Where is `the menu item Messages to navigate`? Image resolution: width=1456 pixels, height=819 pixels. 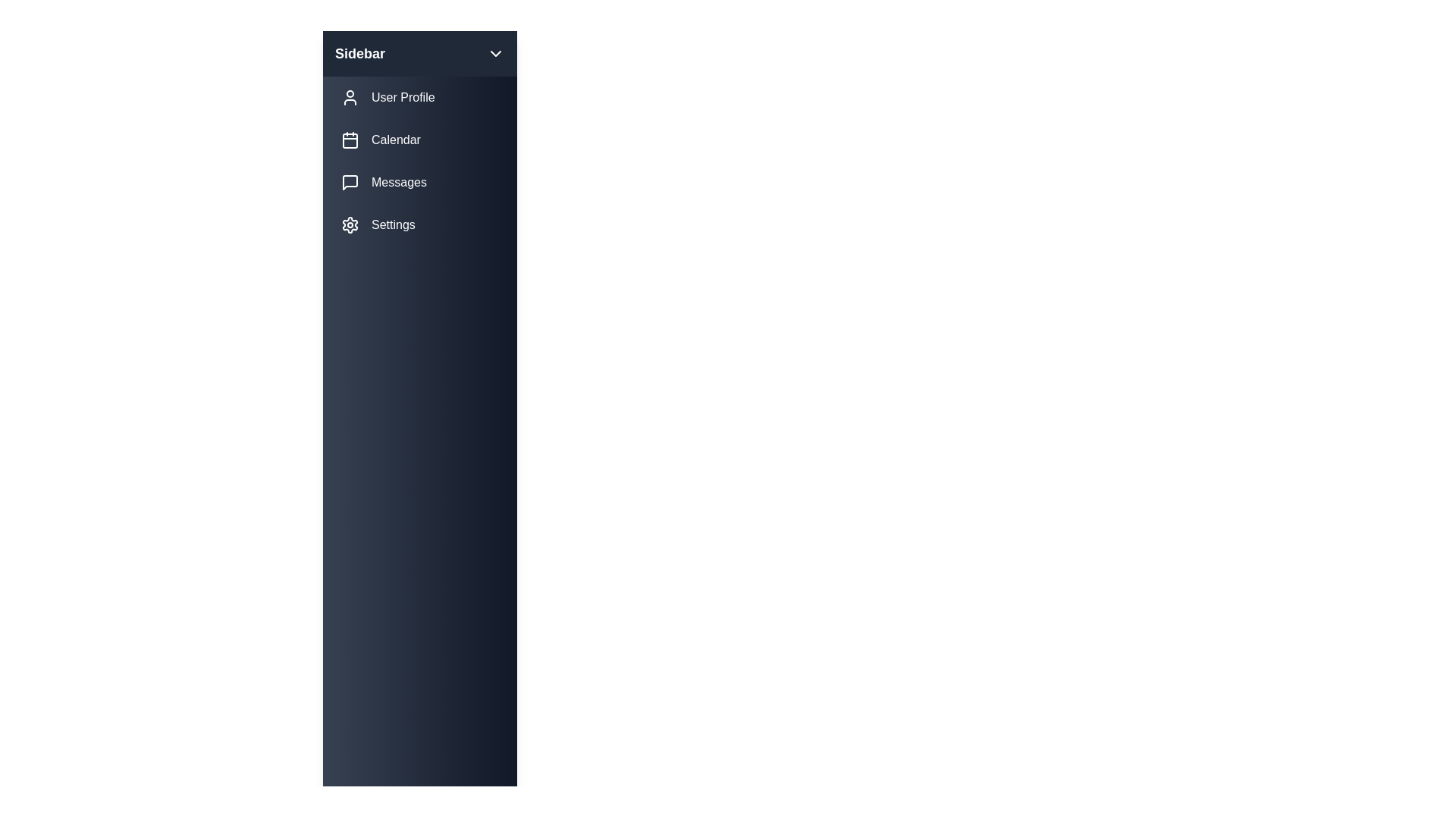 the menu item Messages to navigate is located at coordinates (419, 181).